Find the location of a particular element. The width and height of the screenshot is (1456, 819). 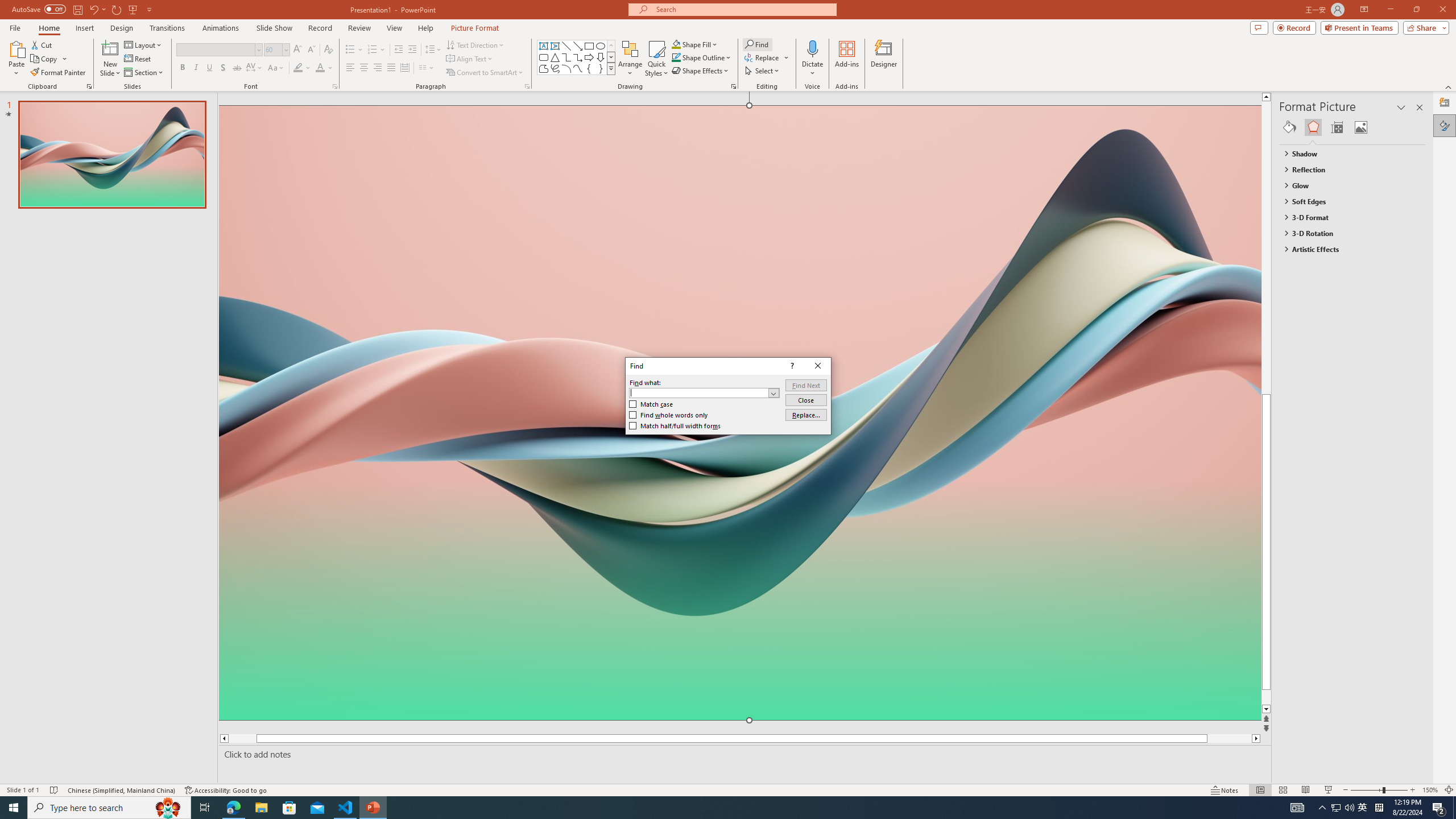

'Glow' is located at coordinates (1347, 185).